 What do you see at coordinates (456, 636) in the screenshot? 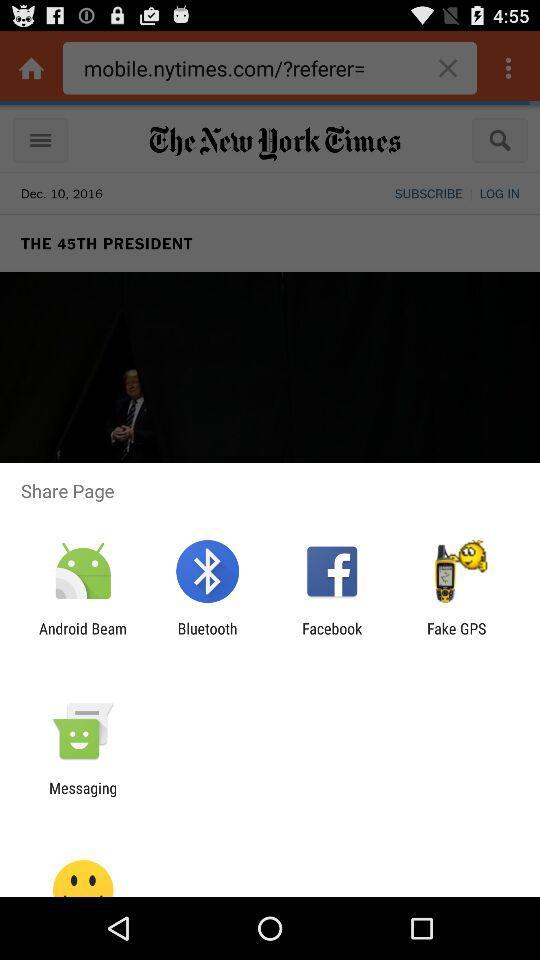
I see `the app next to facebook` at bounding box center [456, 636].